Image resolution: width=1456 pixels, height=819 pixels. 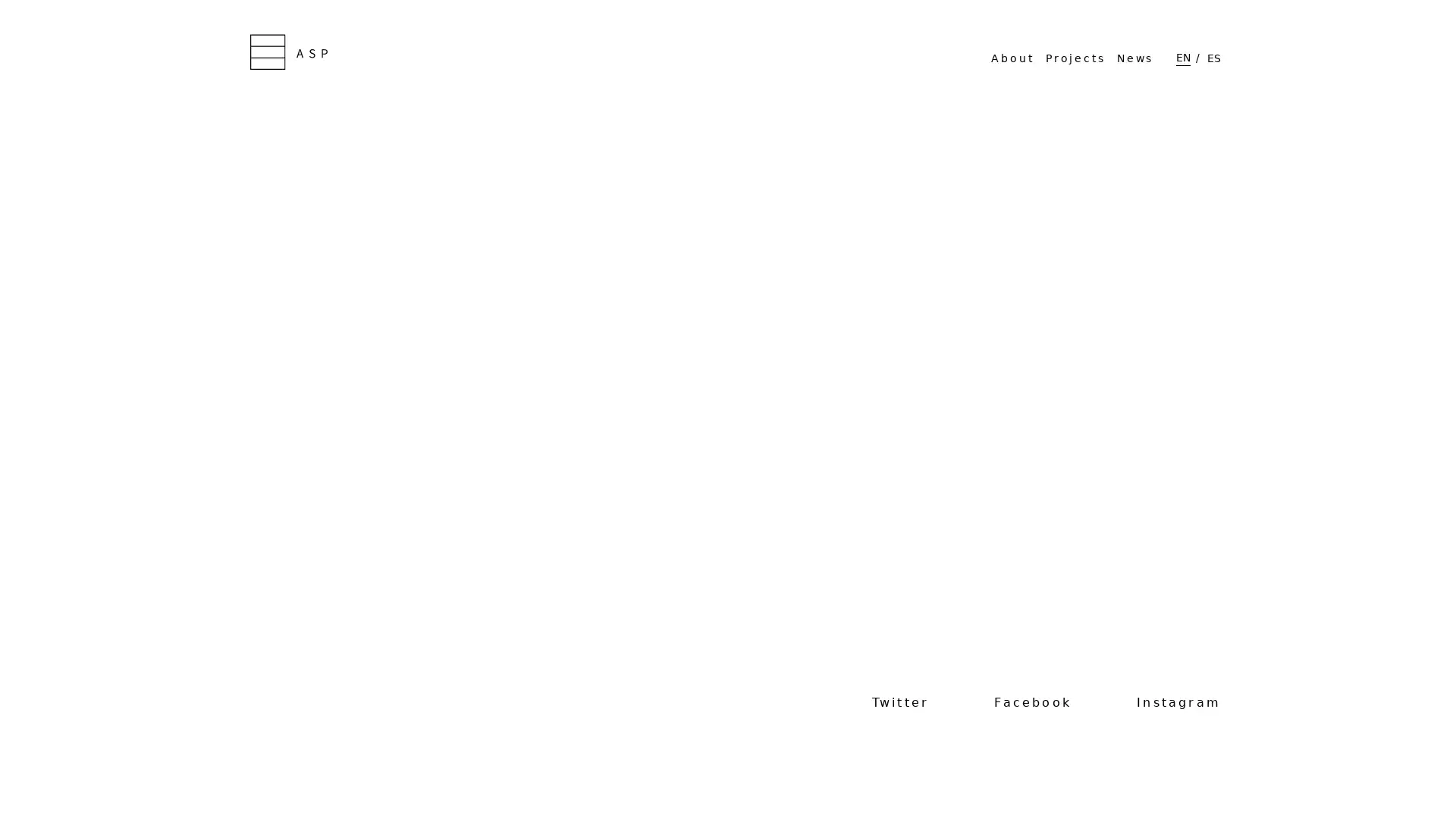 I want to click on EN, so click(x=1182, y=57).